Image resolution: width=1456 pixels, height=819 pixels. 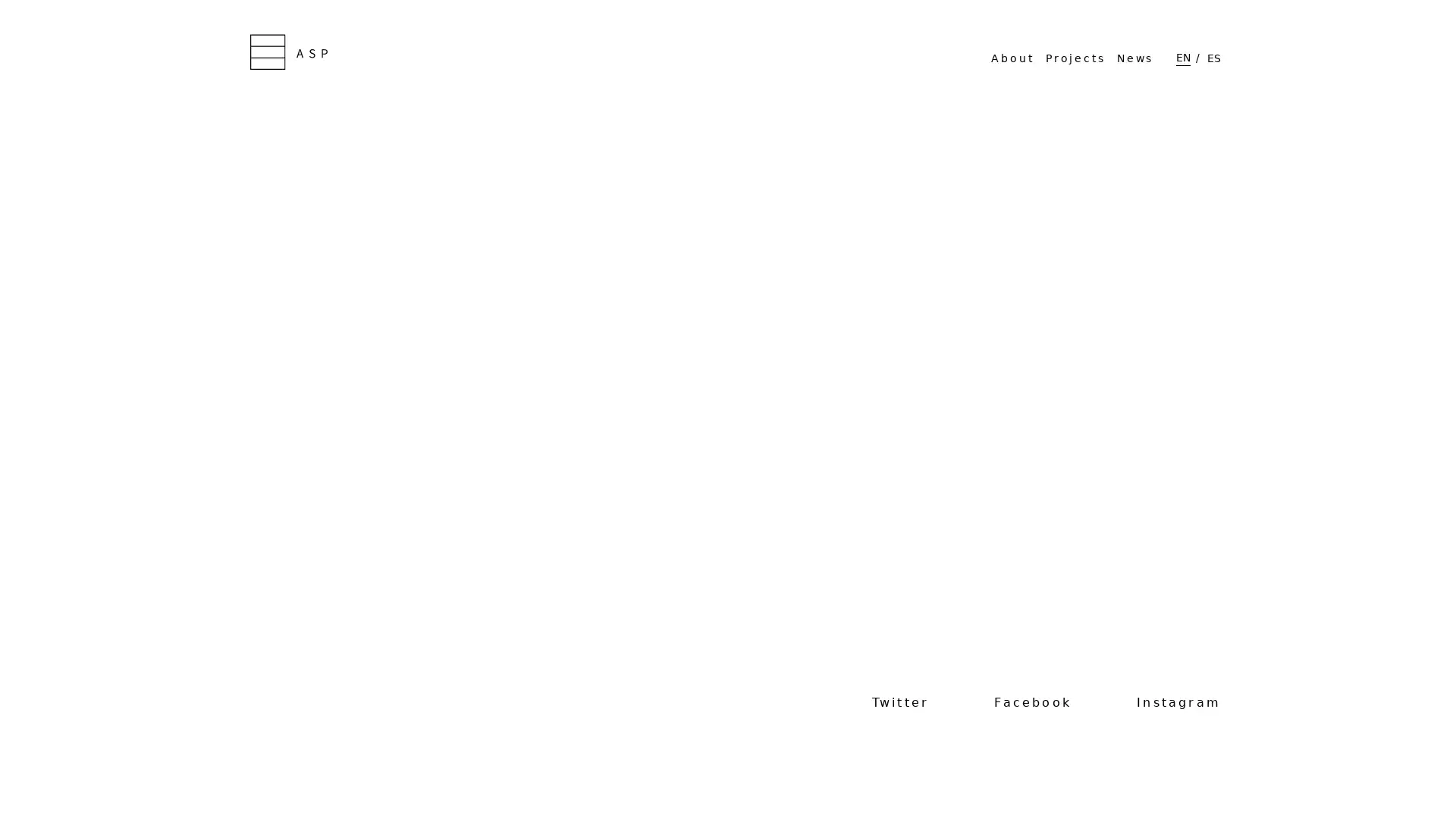 I want to click on EN, so click(x=1182, y=57).